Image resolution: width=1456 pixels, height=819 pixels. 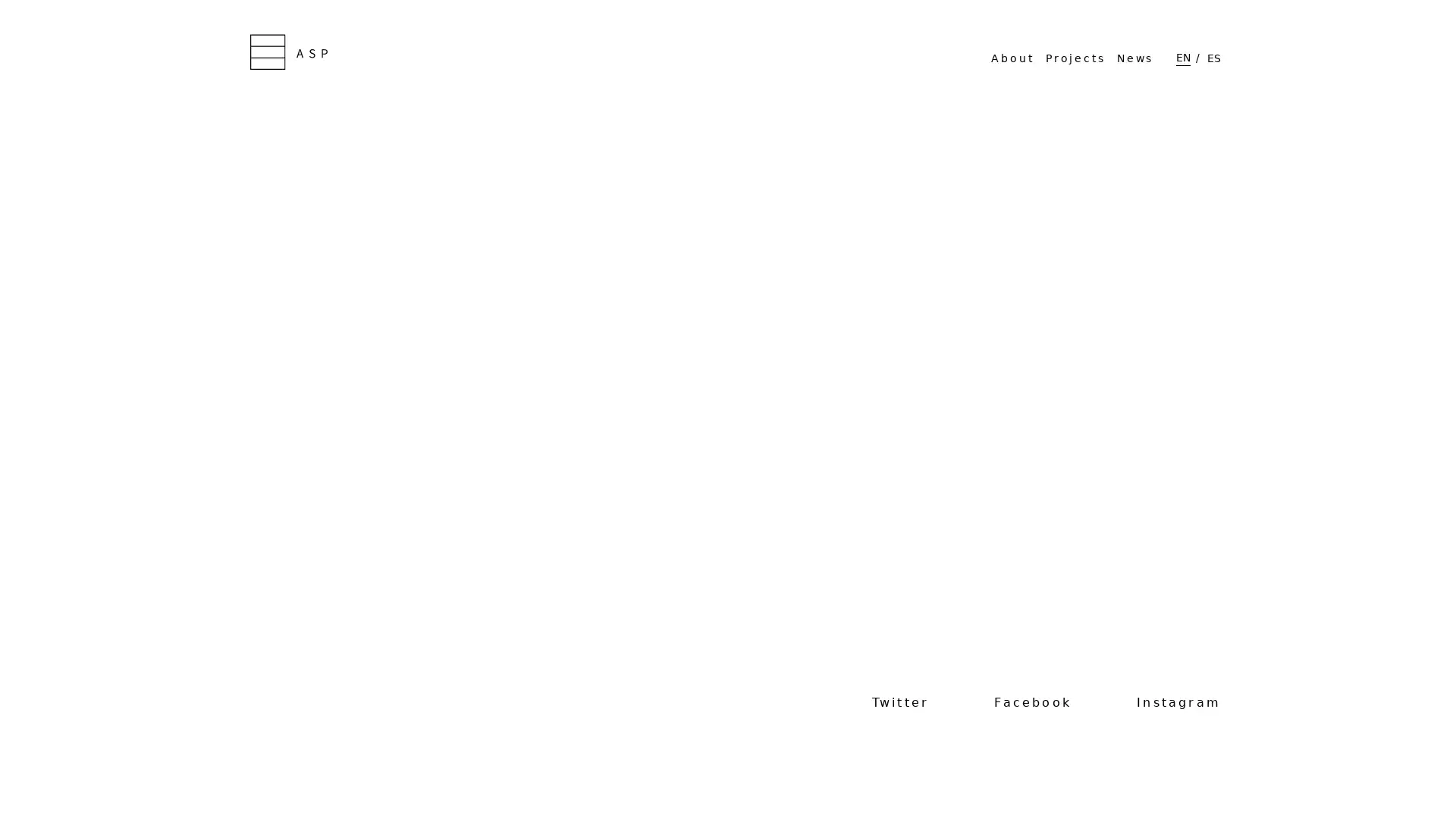 I want to click on EN, so click(x=1182, y=57).